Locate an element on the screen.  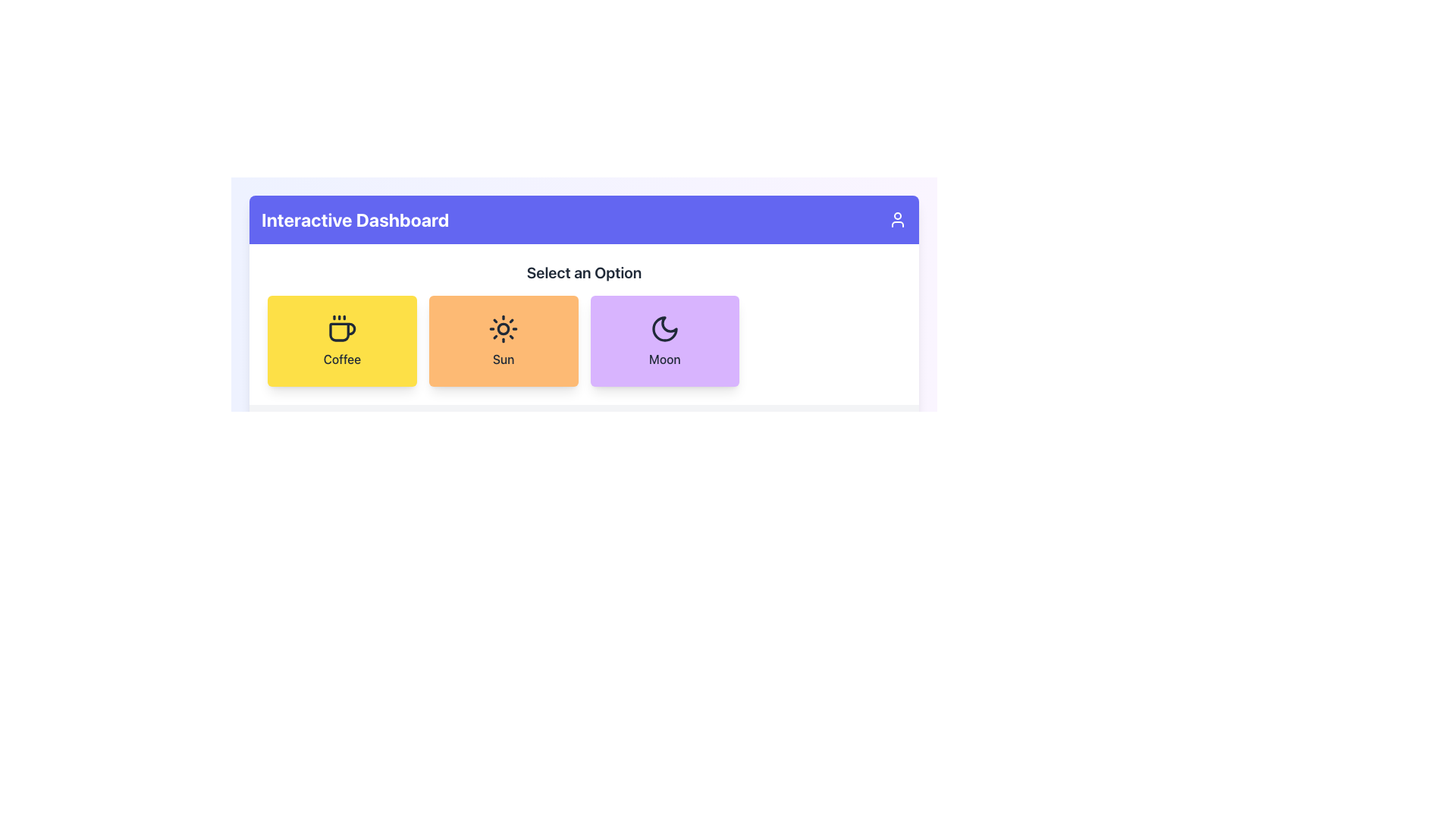
the yellow rectangular button containing the coffee cup icon is located at coordinates (341, 328).